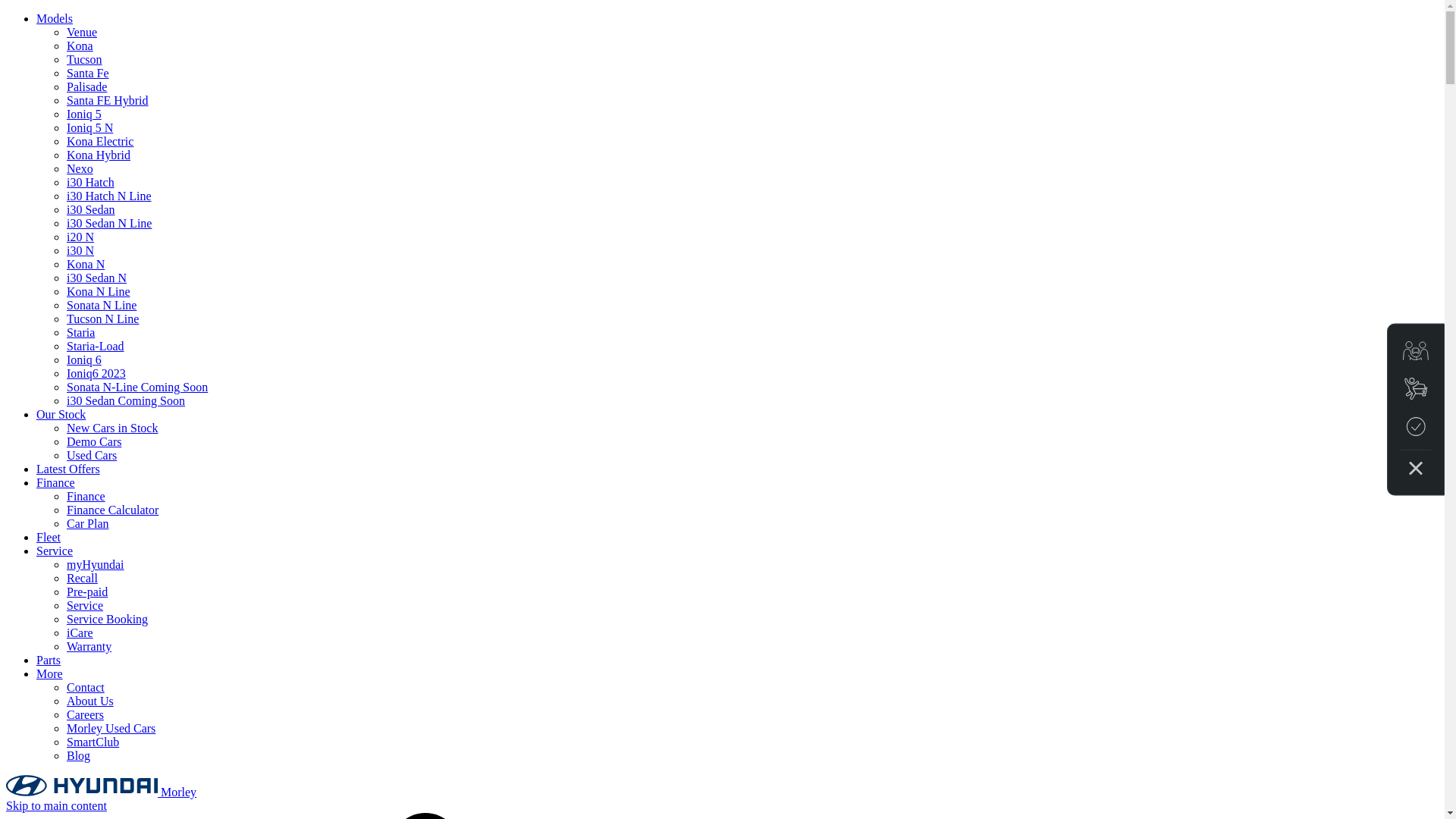 This screenshot has width=1456, height=819. What do you see at coordinates (65, 58) in the screenshot?
I see `'Tucson'` at bounding box center [65, 58].